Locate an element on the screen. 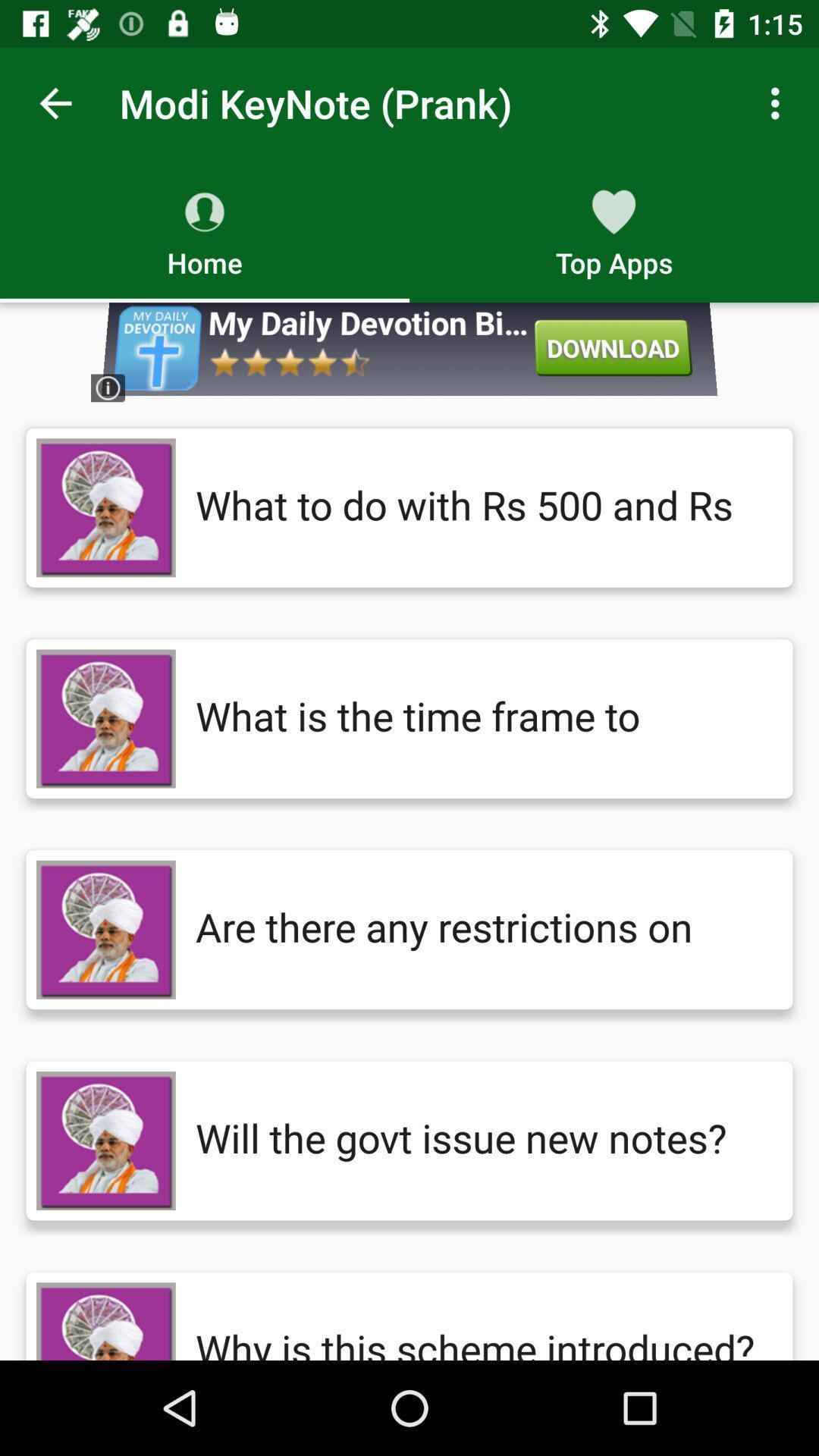 This screenshot has height=1456, width=819. the are there any icon is located at coordinates (479, 929).